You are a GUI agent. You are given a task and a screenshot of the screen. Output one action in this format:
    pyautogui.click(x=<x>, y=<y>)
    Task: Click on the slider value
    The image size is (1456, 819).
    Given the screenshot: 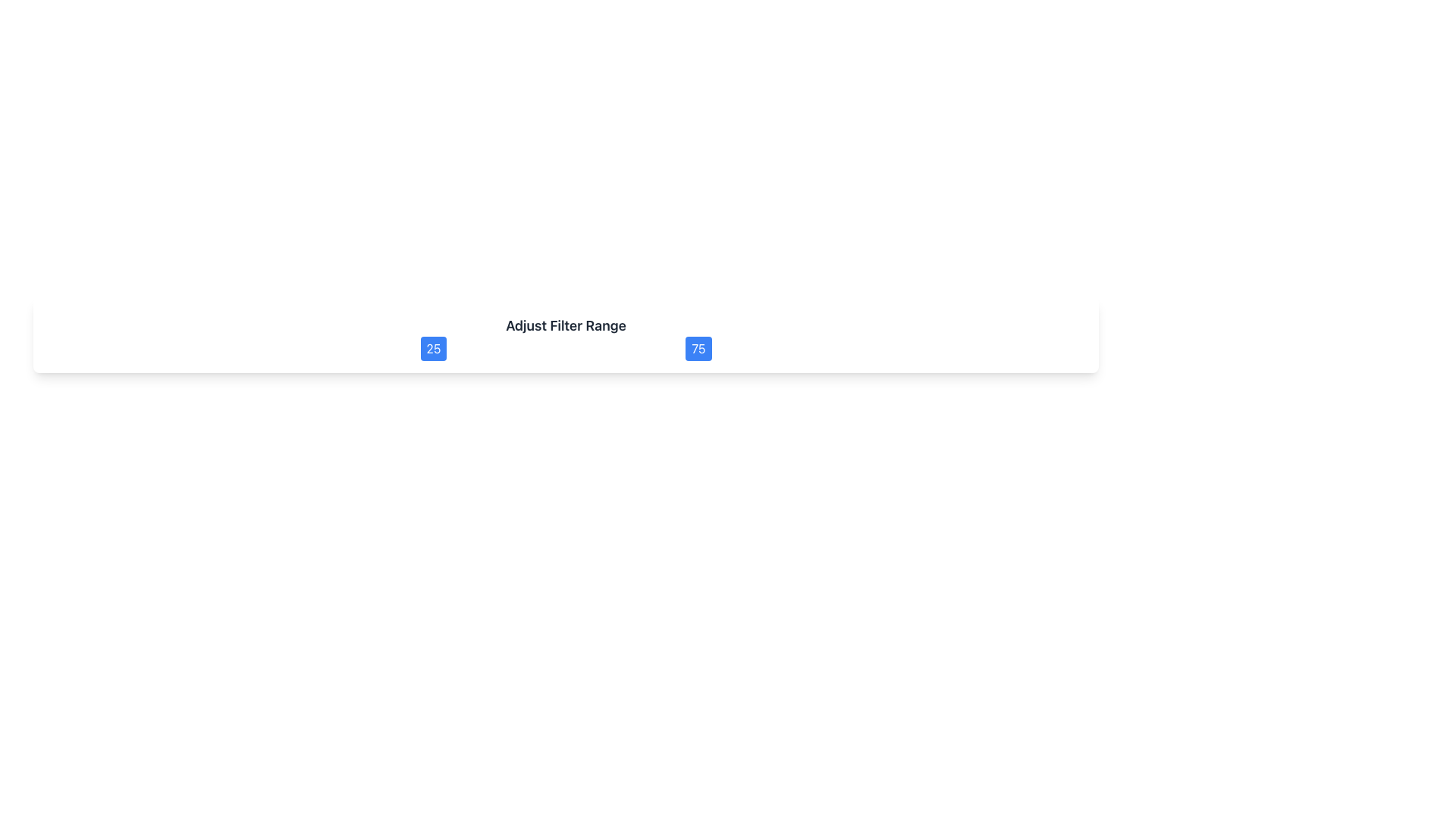 What is the action you would take?
    pyautogui.click(x=616, y=356)
    